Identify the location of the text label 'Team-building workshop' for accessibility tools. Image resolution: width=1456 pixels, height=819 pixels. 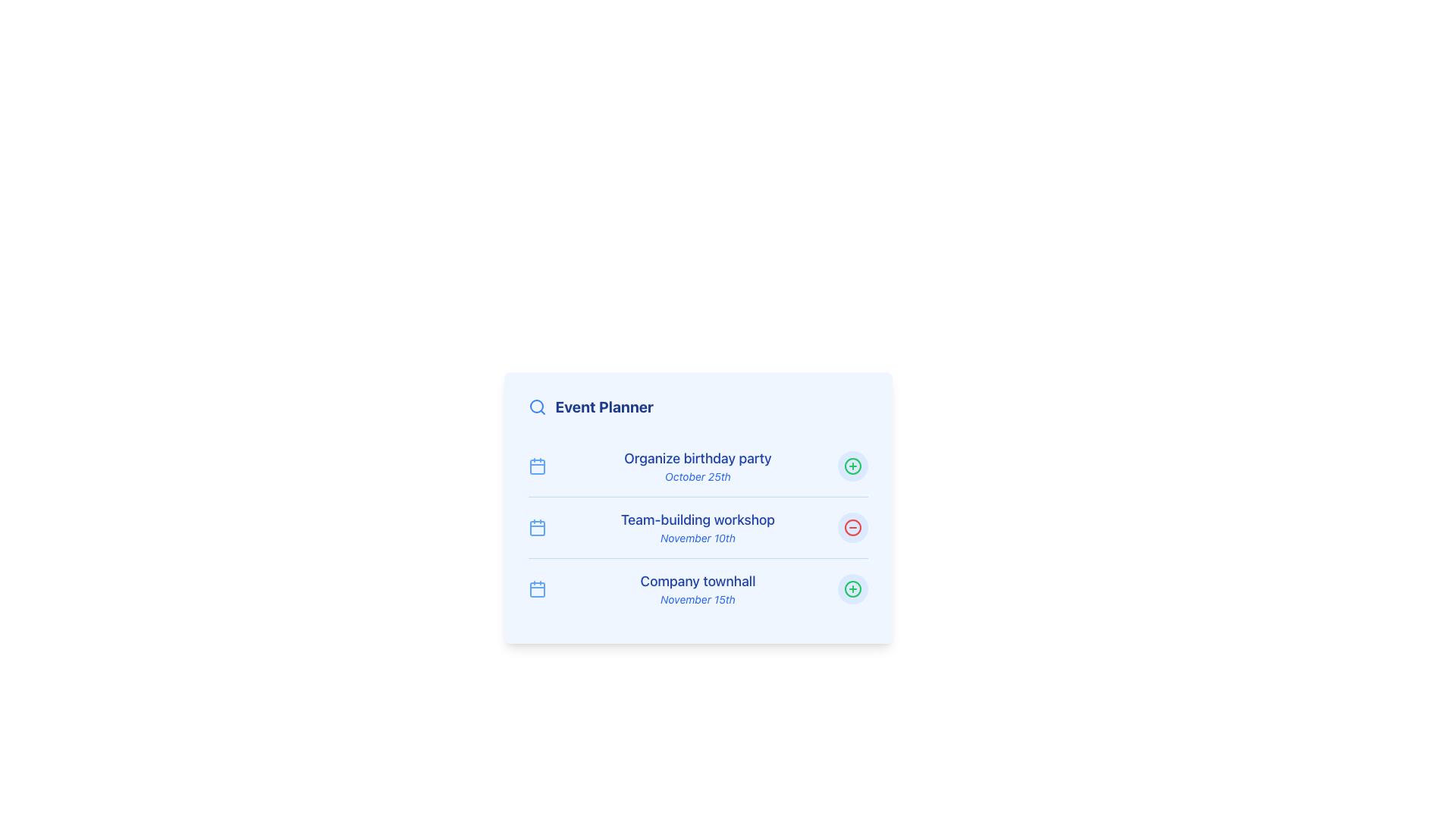
(697, 519).